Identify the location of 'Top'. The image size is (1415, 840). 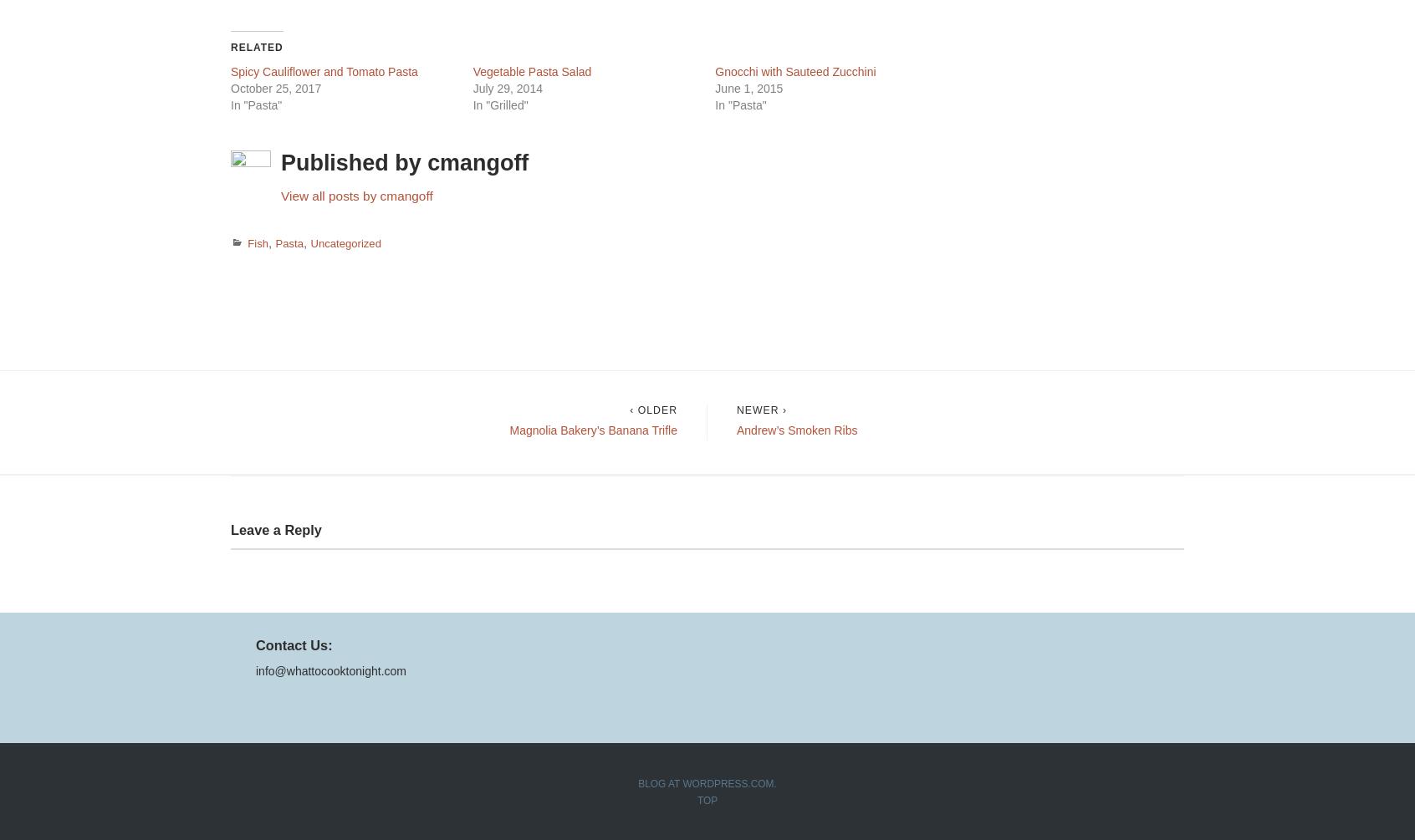
(707, 798).